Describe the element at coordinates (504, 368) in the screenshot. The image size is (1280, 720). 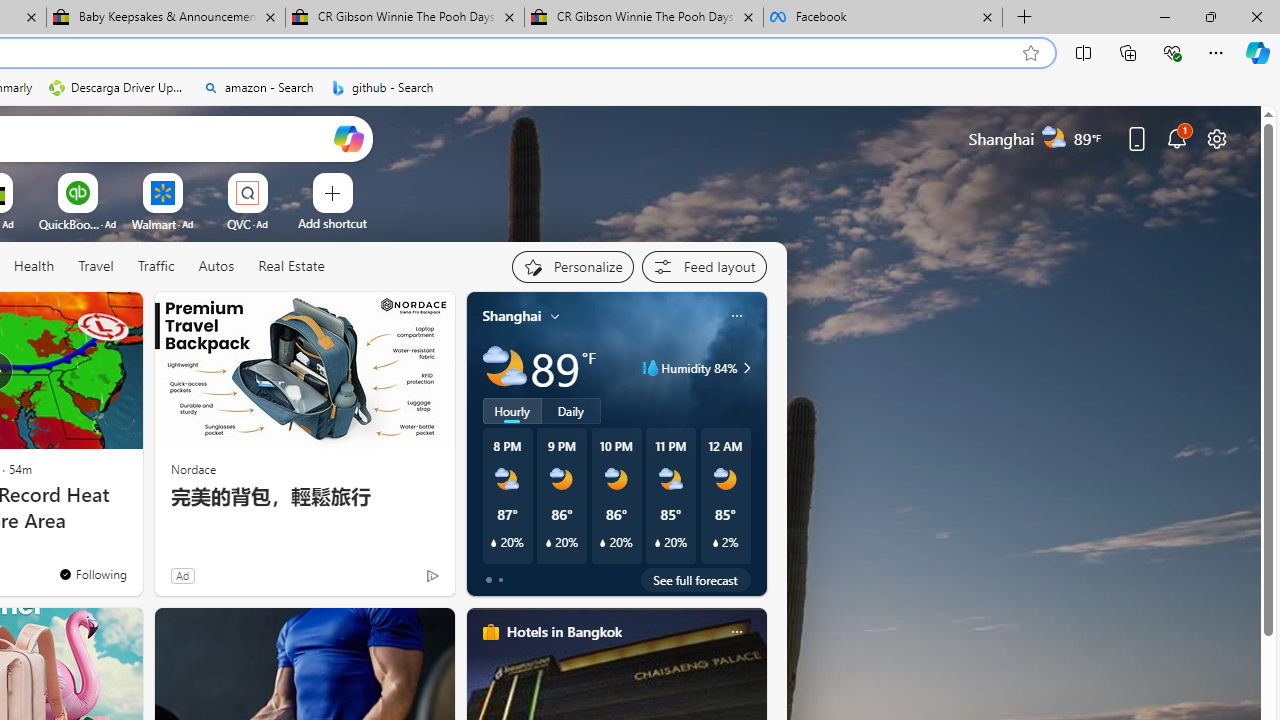
I see `'Partly cloudy'` at that location.